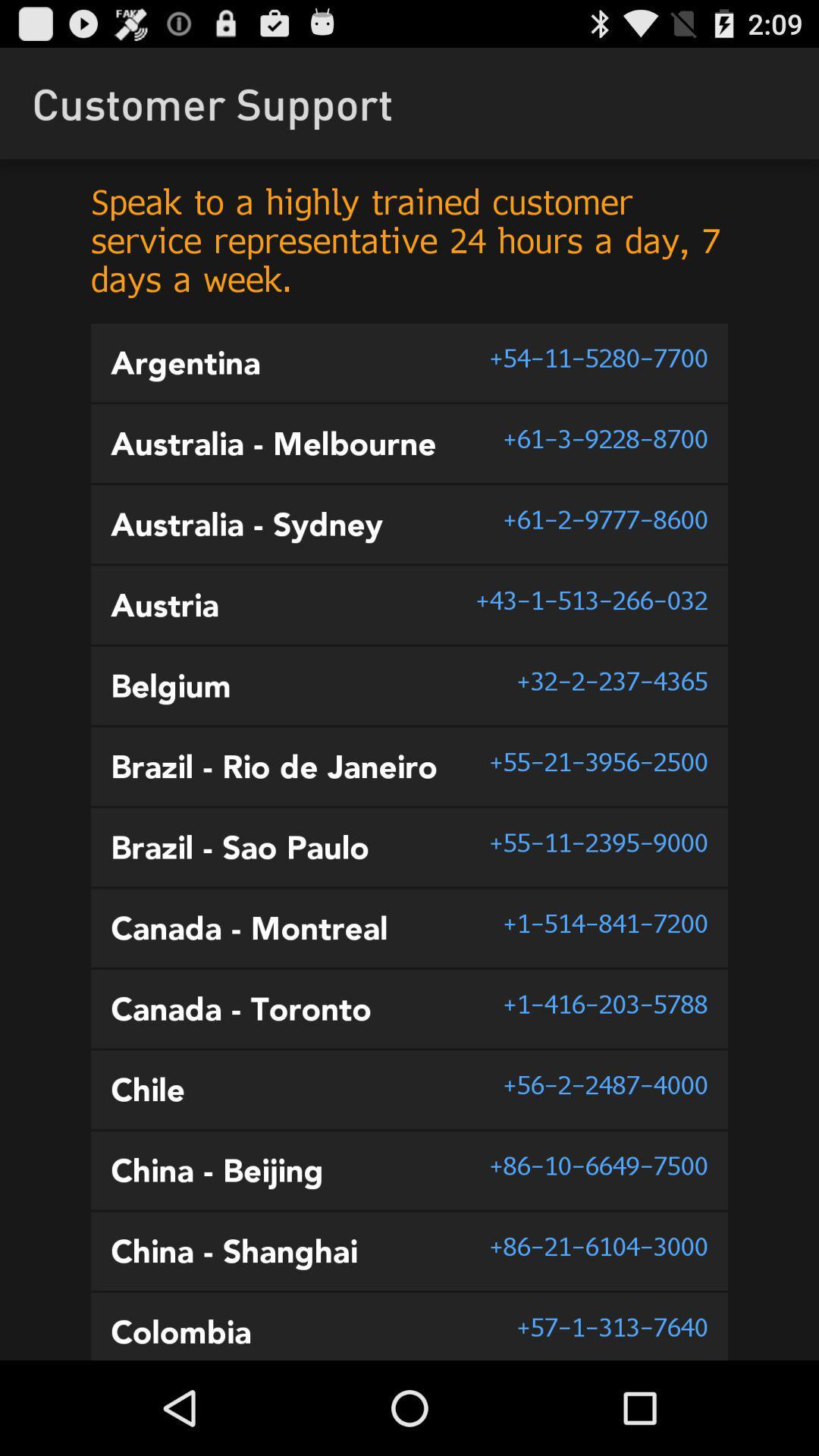 Image resolution: width=819 pixels, height=1456 pixels. I want to click on the 43 1 513, so click(591, 599).